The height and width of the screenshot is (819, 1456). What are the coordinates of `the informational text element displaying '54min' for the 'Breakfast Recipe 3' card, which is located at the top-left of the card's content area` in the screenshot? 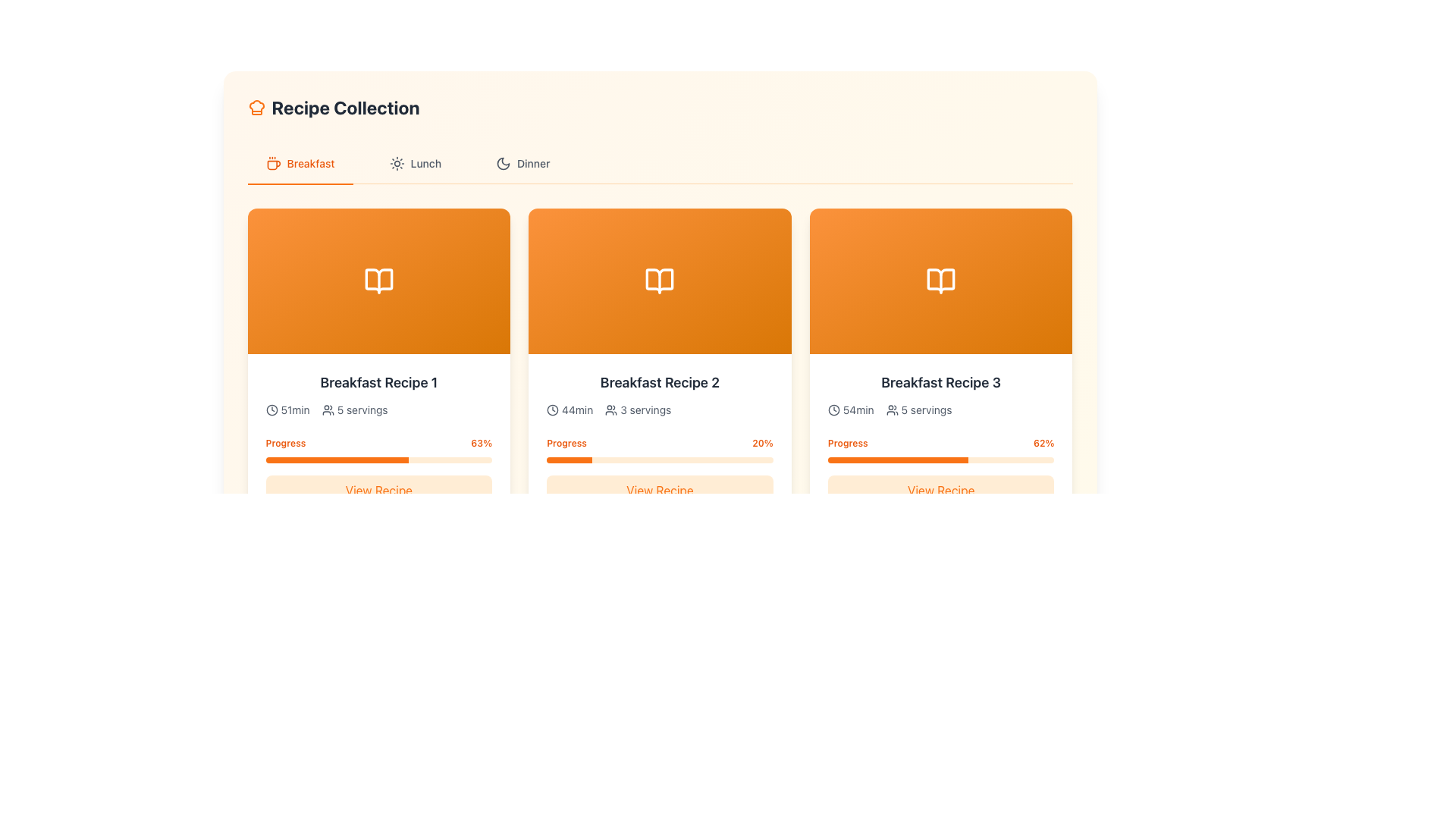 It's located at (851, 409).